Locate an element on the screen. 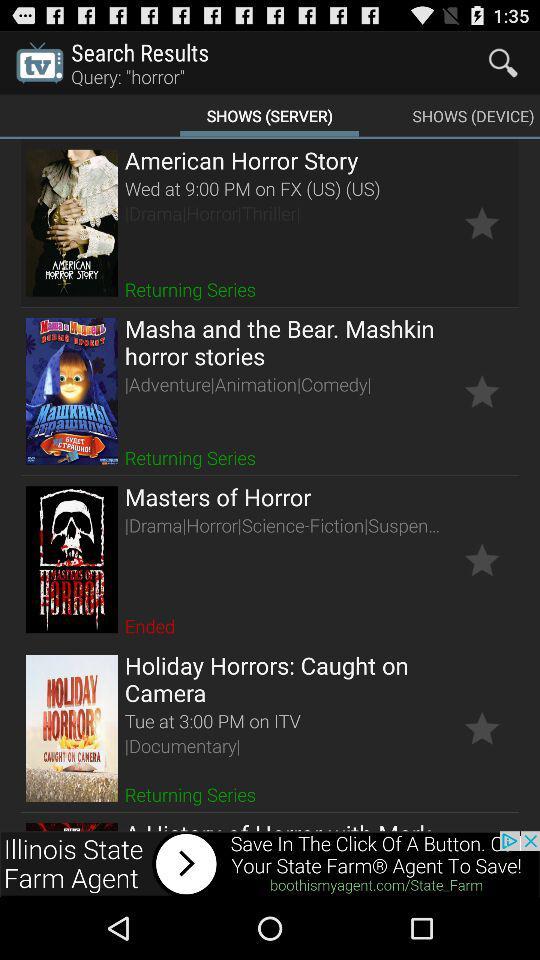 Image resolution: width=540 pixels, height=960 pixels. to favorite is located at coordinates (481, 390).